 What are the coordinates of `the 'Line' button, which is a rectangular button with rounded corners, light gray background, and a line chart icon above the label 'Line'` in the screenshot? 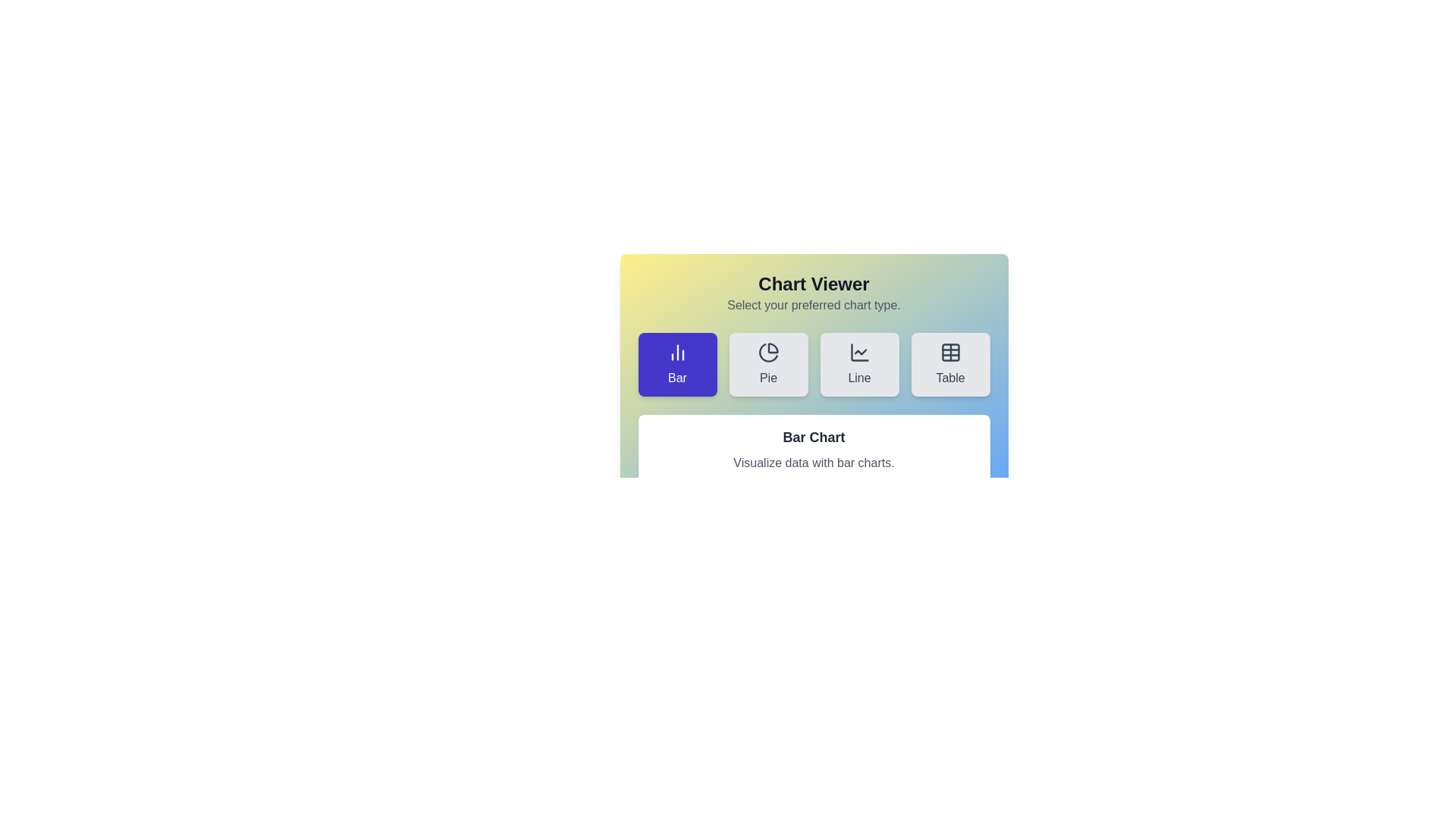 It's located at (859, 365).